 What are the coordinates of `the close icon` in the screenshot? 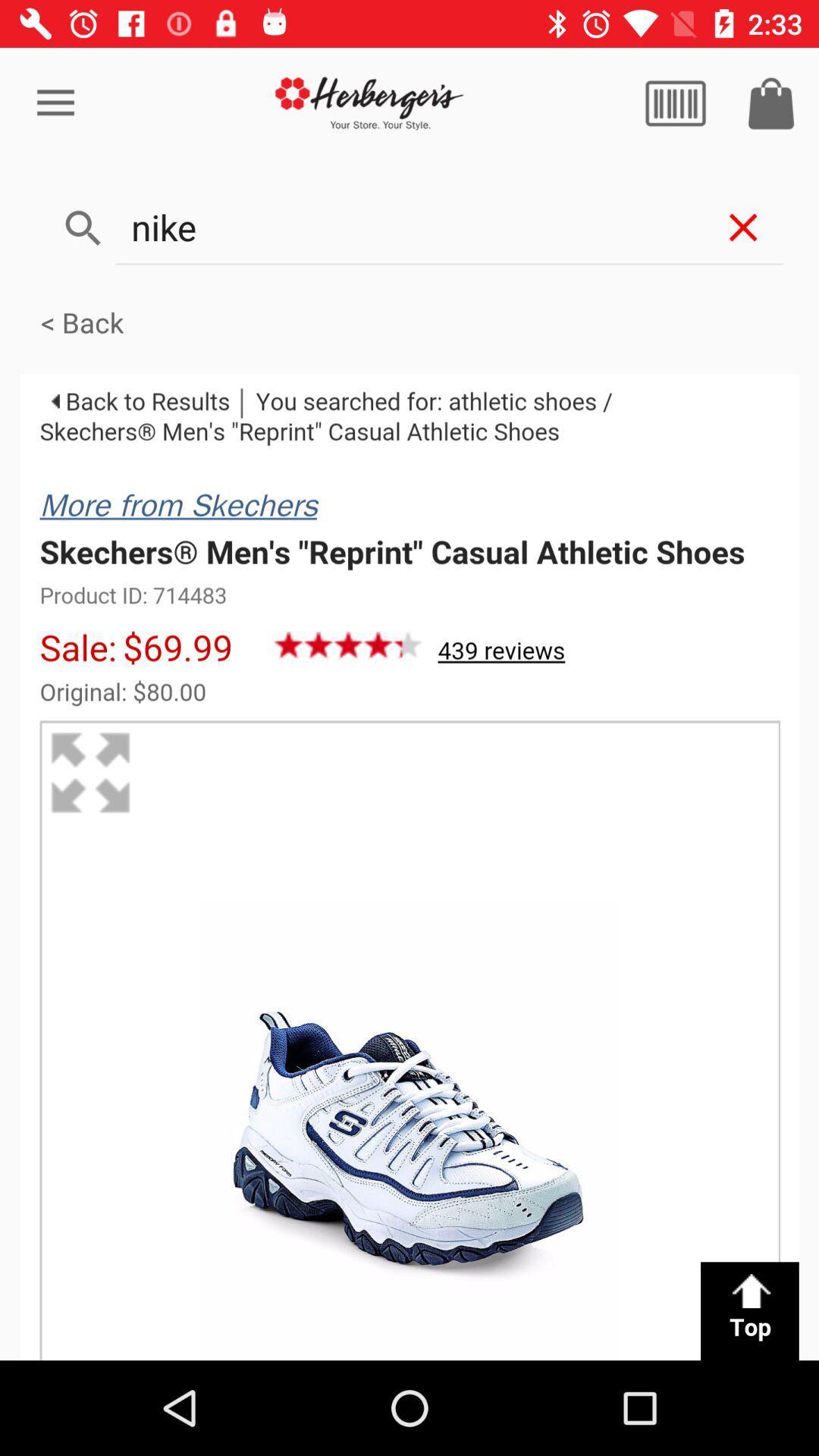 It's located at (742, 226).